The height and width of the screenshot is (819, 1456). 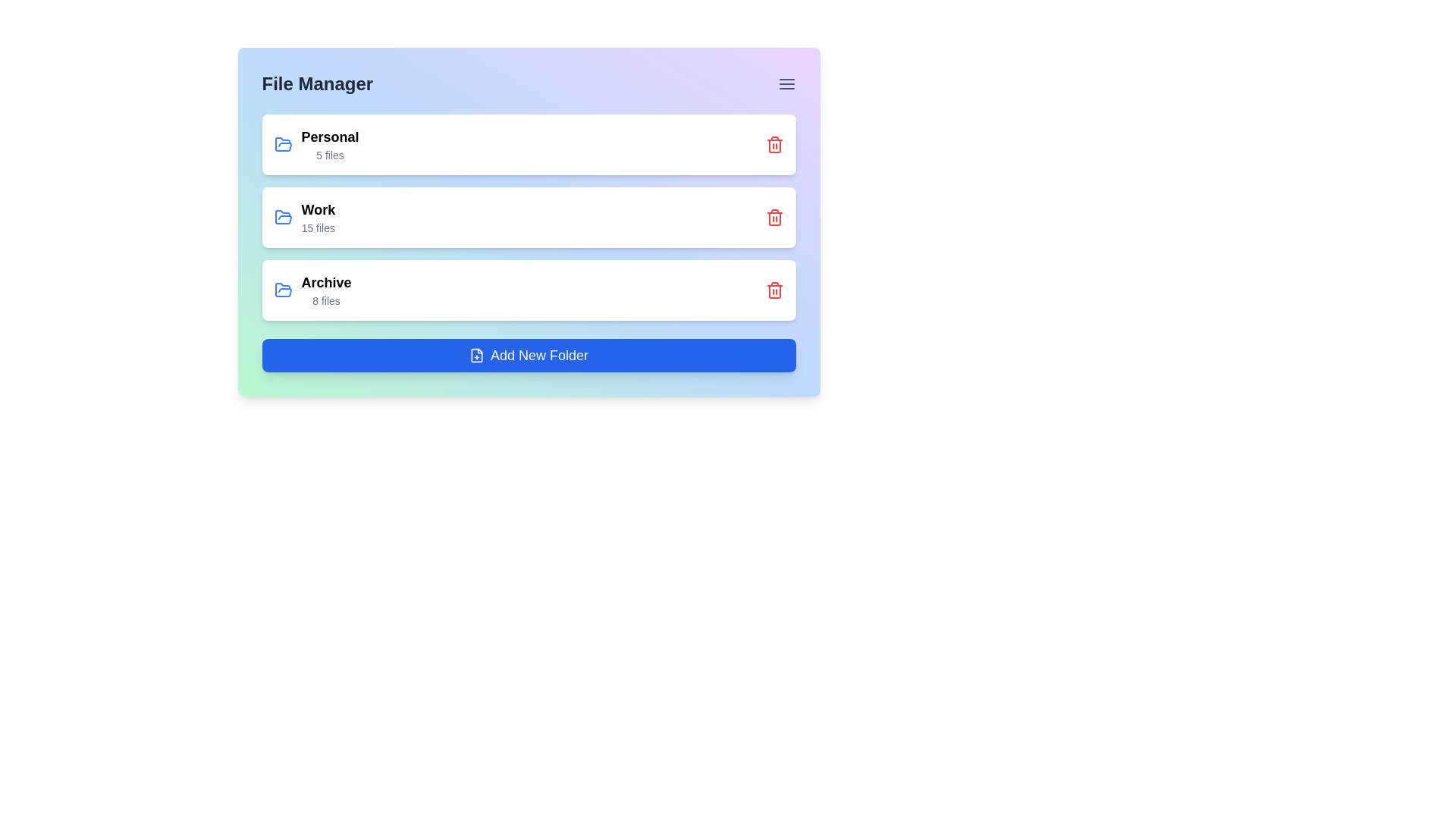 I want to click on the delete icon for the folder named Personal, so click(x=774, y=145).